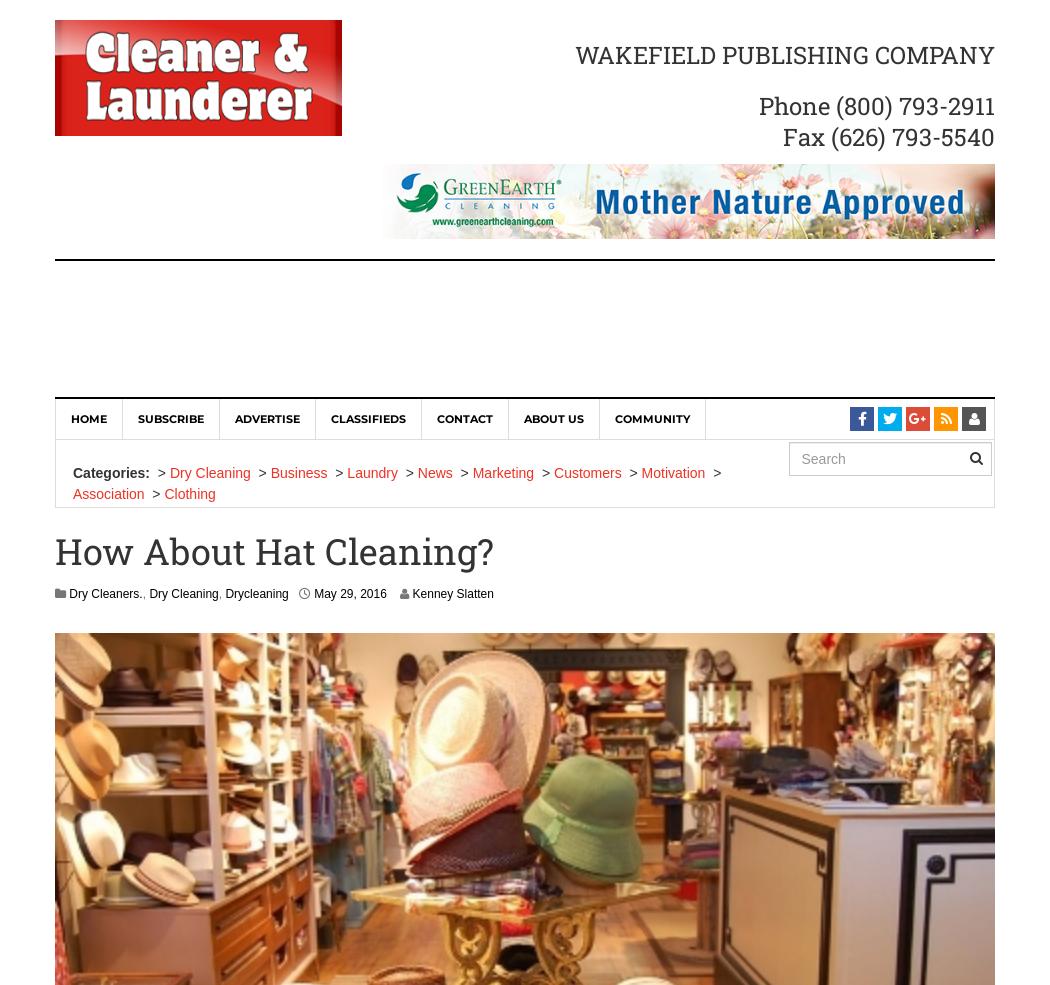 This screenshot has height=985, width=1050. What do you see at coordinates (164, 492) in the screenshot?
I see `'Clothing'` at bounding box center [164, 492].